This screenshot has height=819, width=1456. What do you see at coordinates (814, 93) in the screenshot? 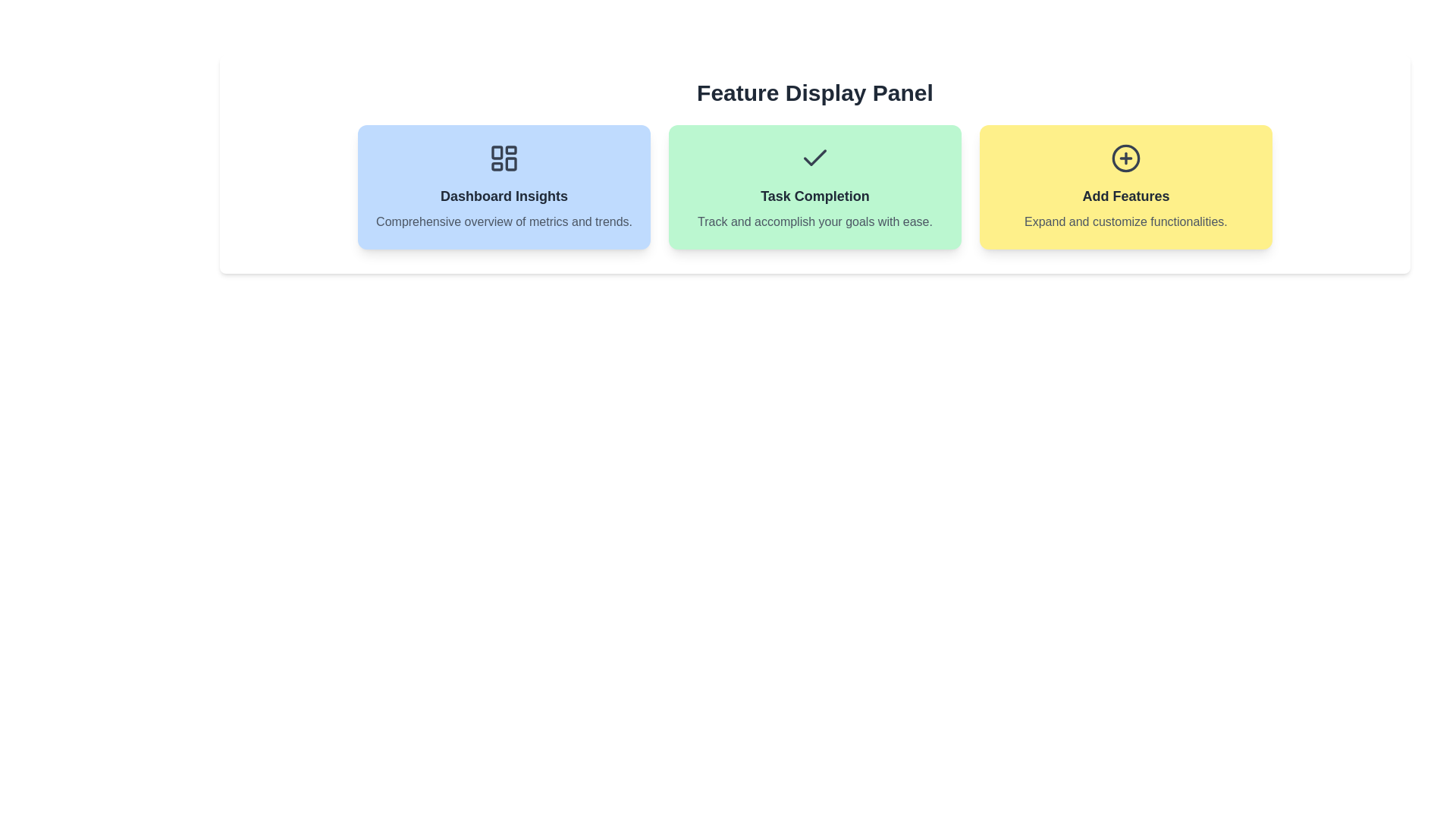
I see `the Text Label (Heading) displaying 'Feature Display Panel' which is centrally located above the feature cards` at bounding box center [814, 93].